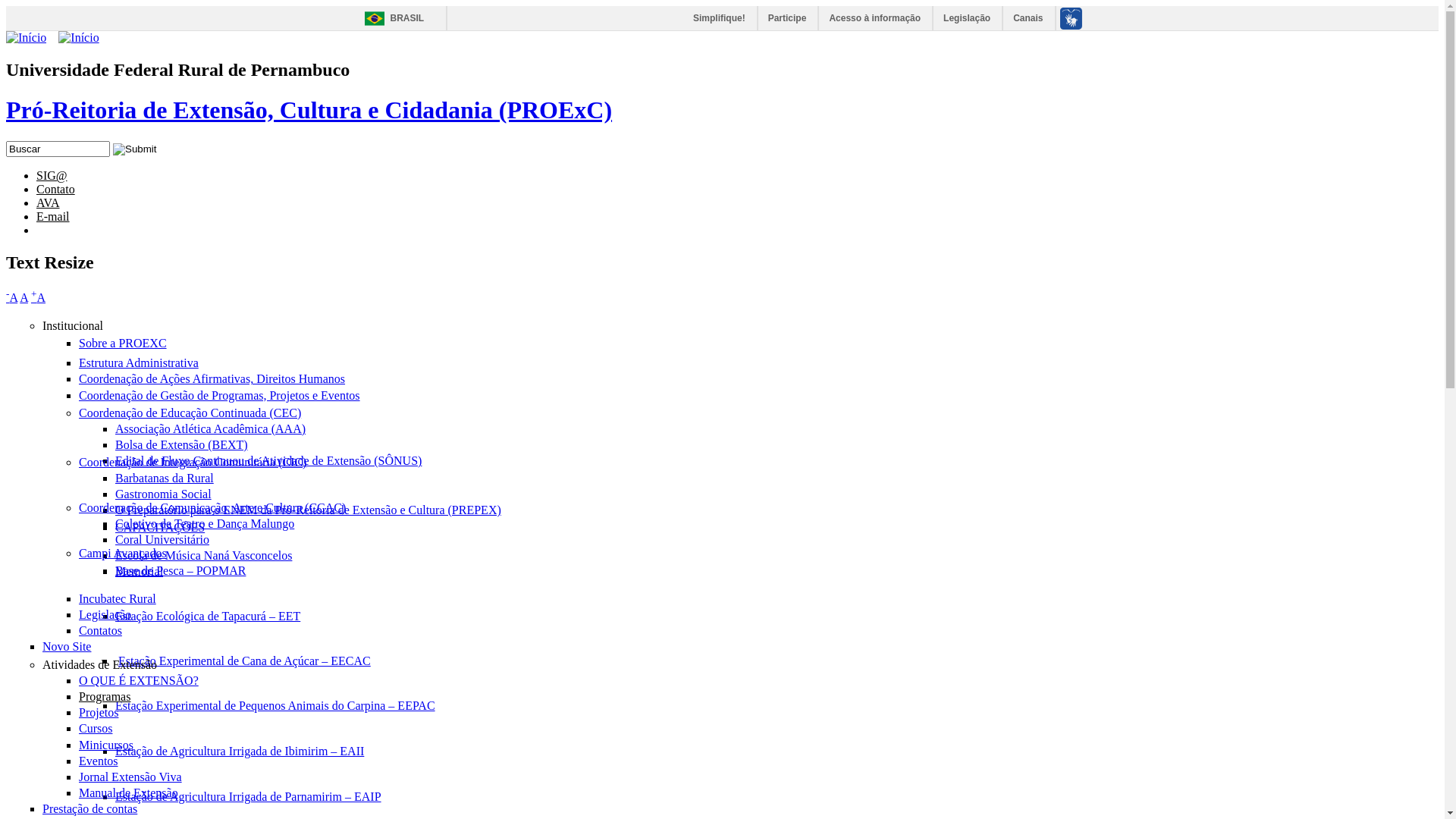  I want to click on 'Contato', so click(55, 188).